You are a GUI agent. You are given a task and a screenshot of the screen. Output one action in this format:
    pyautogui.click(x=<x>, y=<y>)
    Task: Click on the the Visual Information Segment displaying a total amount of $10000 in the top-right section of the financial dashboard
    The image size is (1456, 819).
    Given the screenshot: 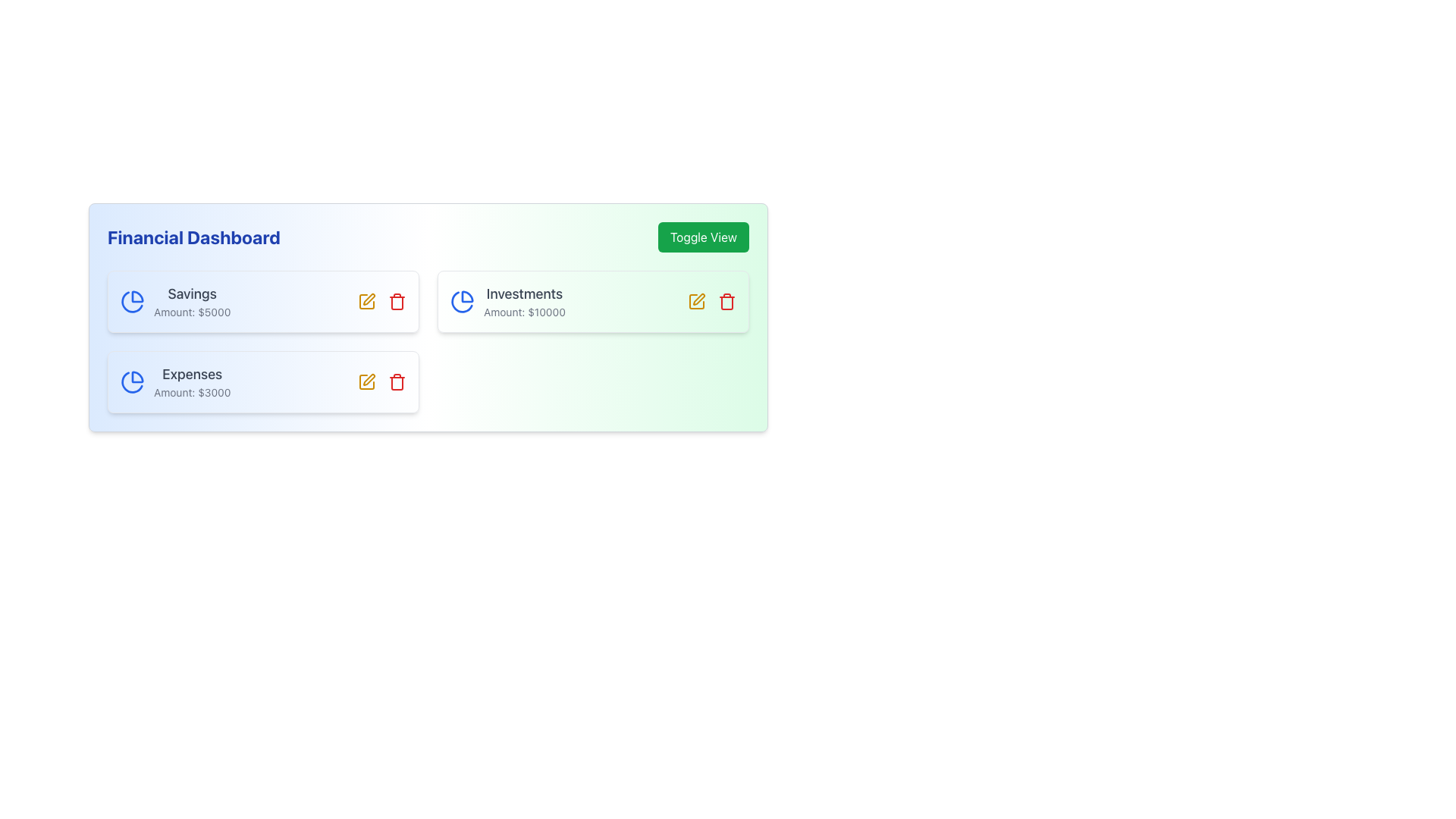 What is the action you would take?
    pyautogui.click(x=507, y=301)
    